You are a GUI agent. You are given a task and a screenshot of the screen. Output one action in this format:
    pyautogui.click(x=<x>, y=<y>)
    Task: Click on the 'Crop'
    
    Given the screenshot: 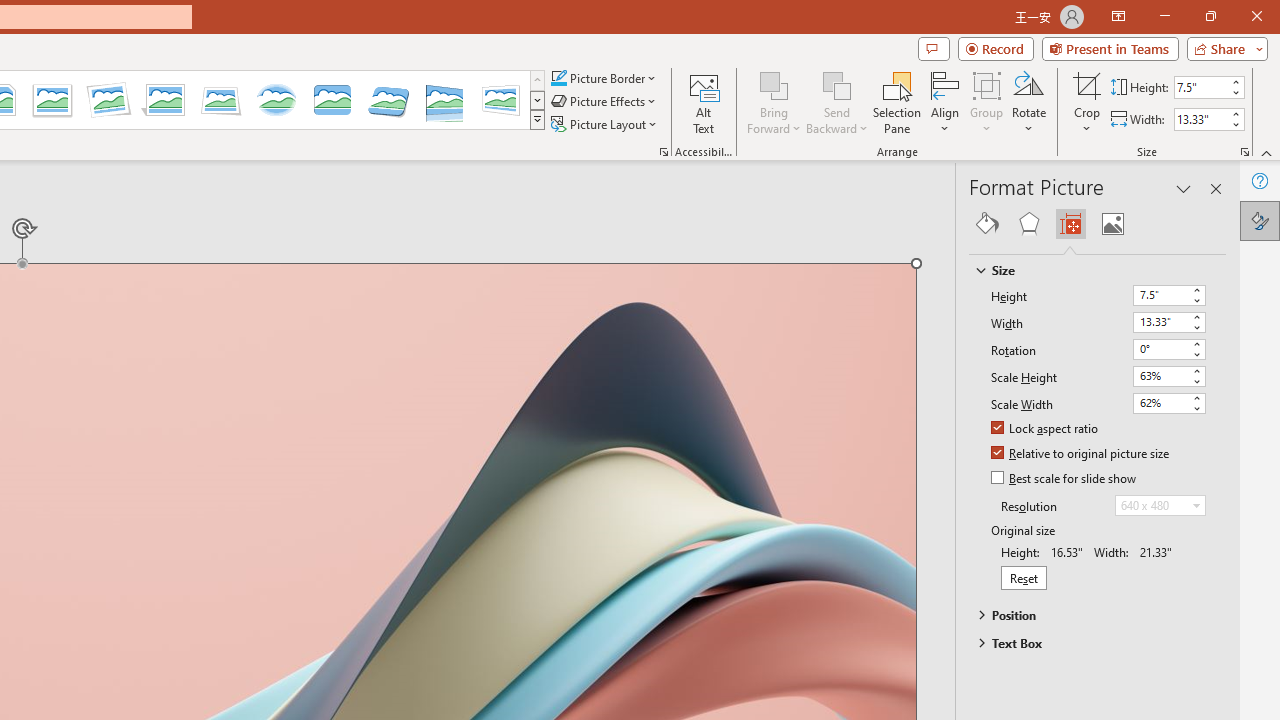 What is the action you would take?
    pyautogui.click(x=1086, y=84)
    